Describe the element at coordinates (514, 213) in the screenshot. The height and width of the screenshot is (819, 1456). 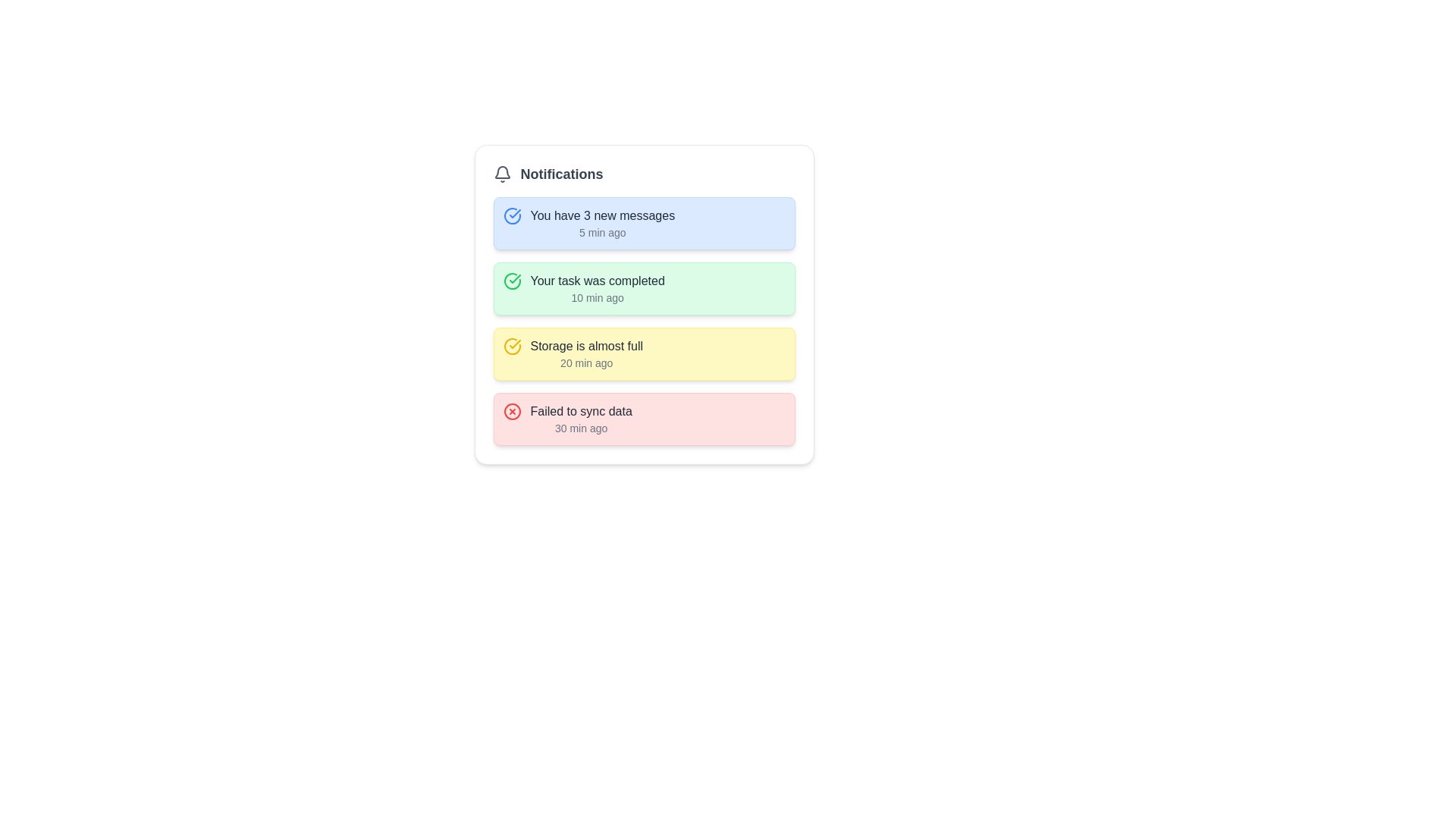
I see `the state represented by the checkmark inside the circular icon located next to the second notification message text 'Your task was completed.'` at that location.